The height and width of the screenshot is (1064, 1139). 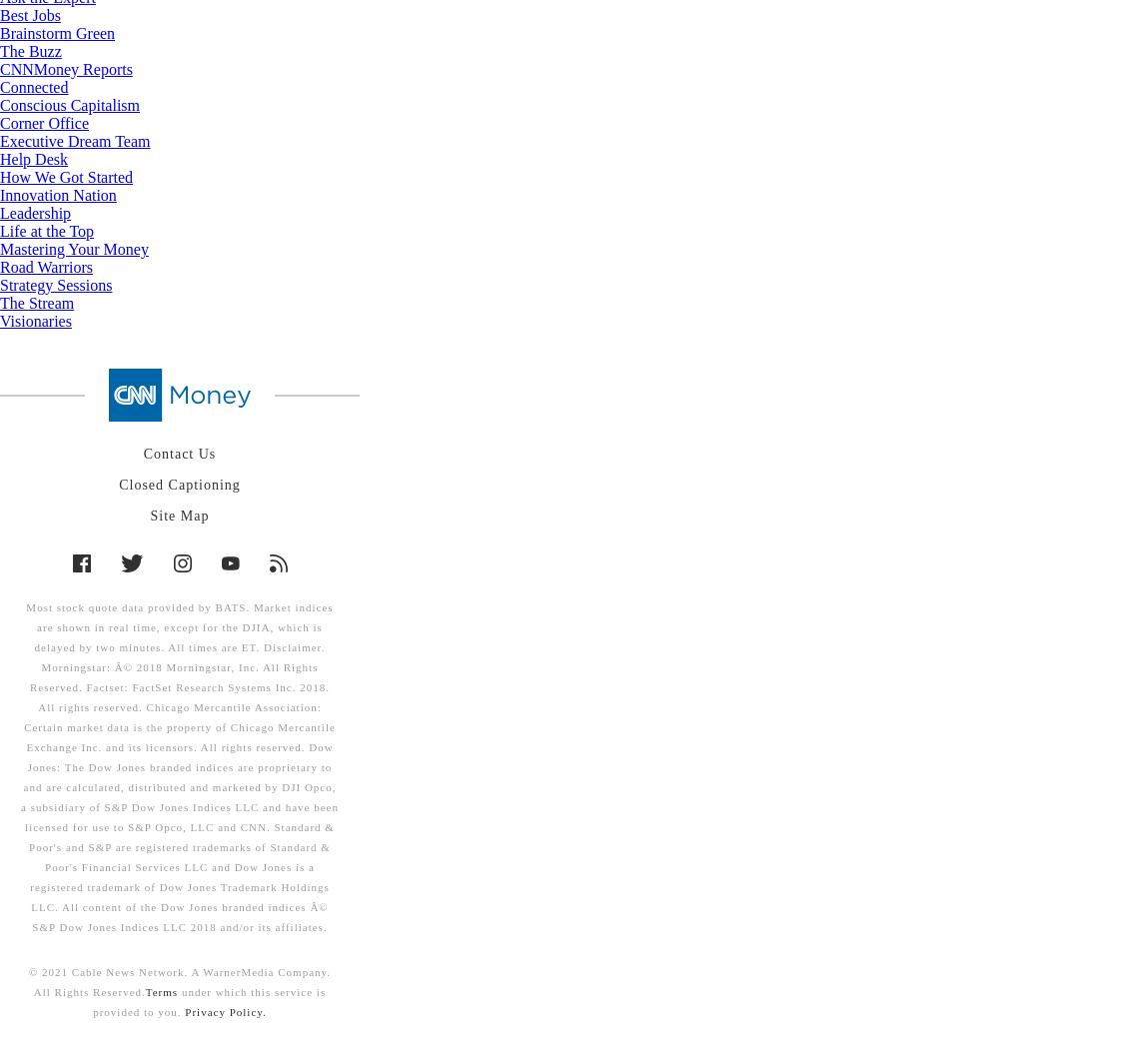 I want to click on 'CNNMoney Reports', so click(x=0, y=68).